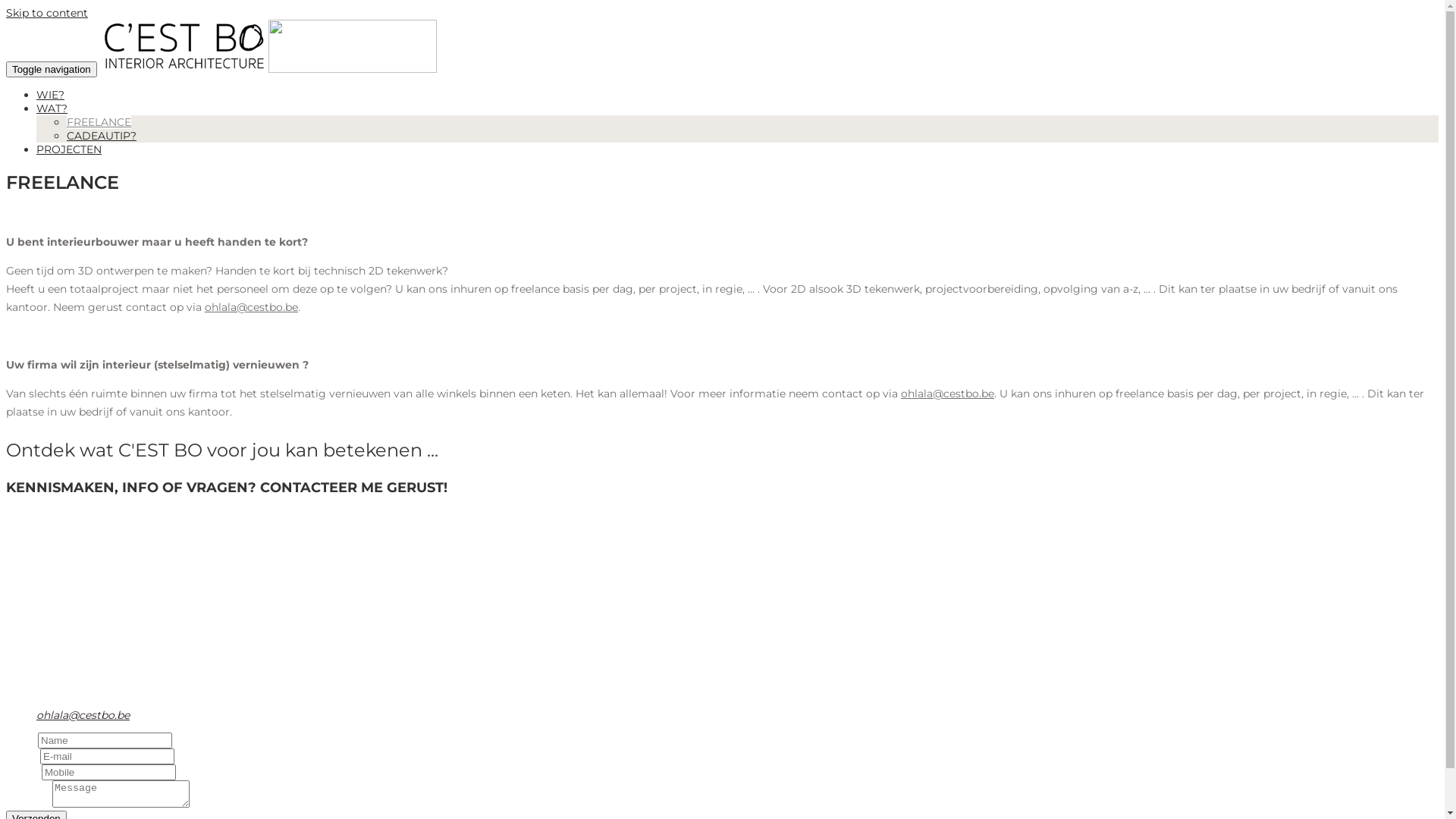  I want to click on 'WAT?', so click(52, 107).